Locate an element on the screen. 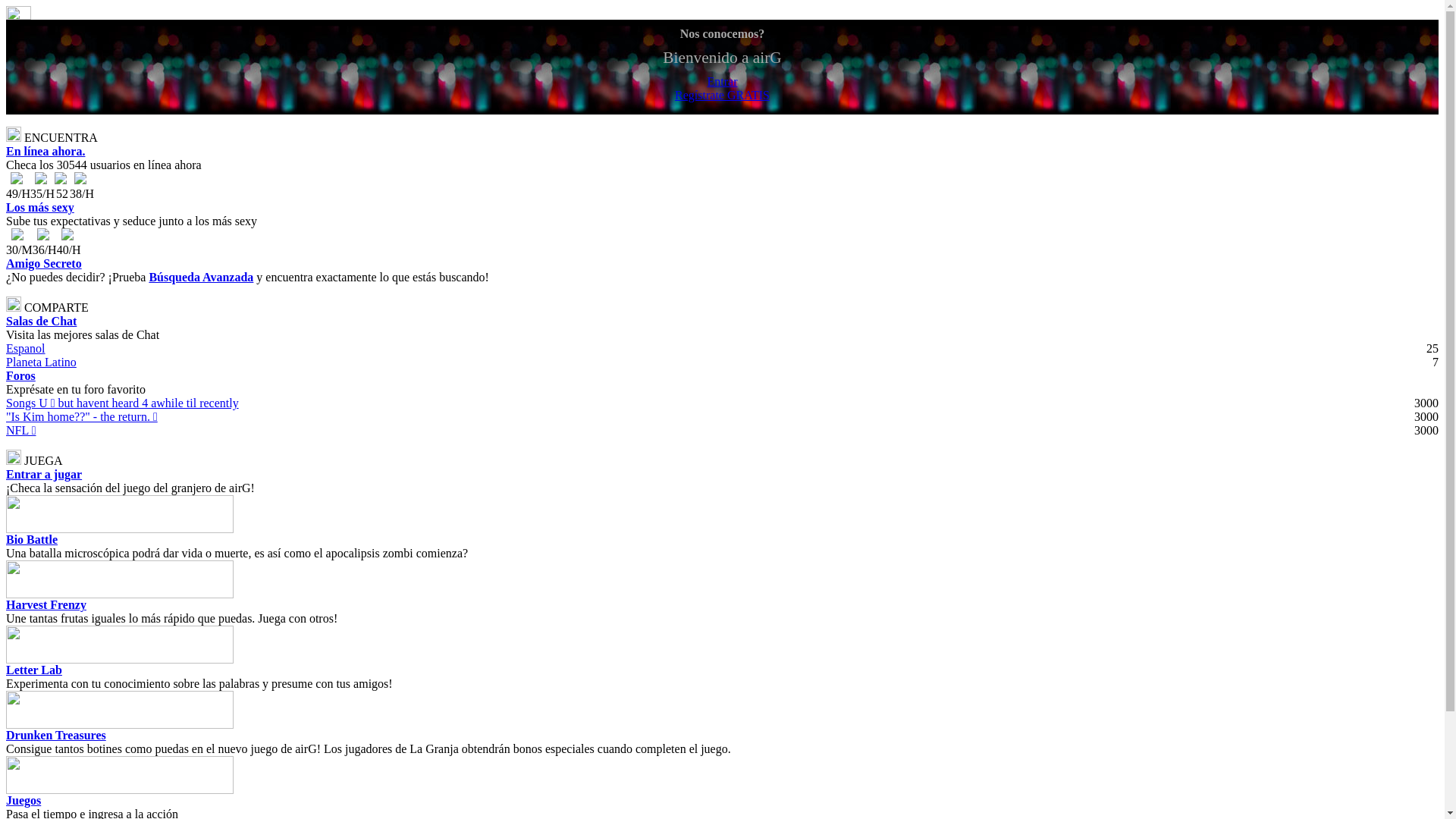 The image size is (1456, 819). 'Entrar' is located at coordinates (721, 82).